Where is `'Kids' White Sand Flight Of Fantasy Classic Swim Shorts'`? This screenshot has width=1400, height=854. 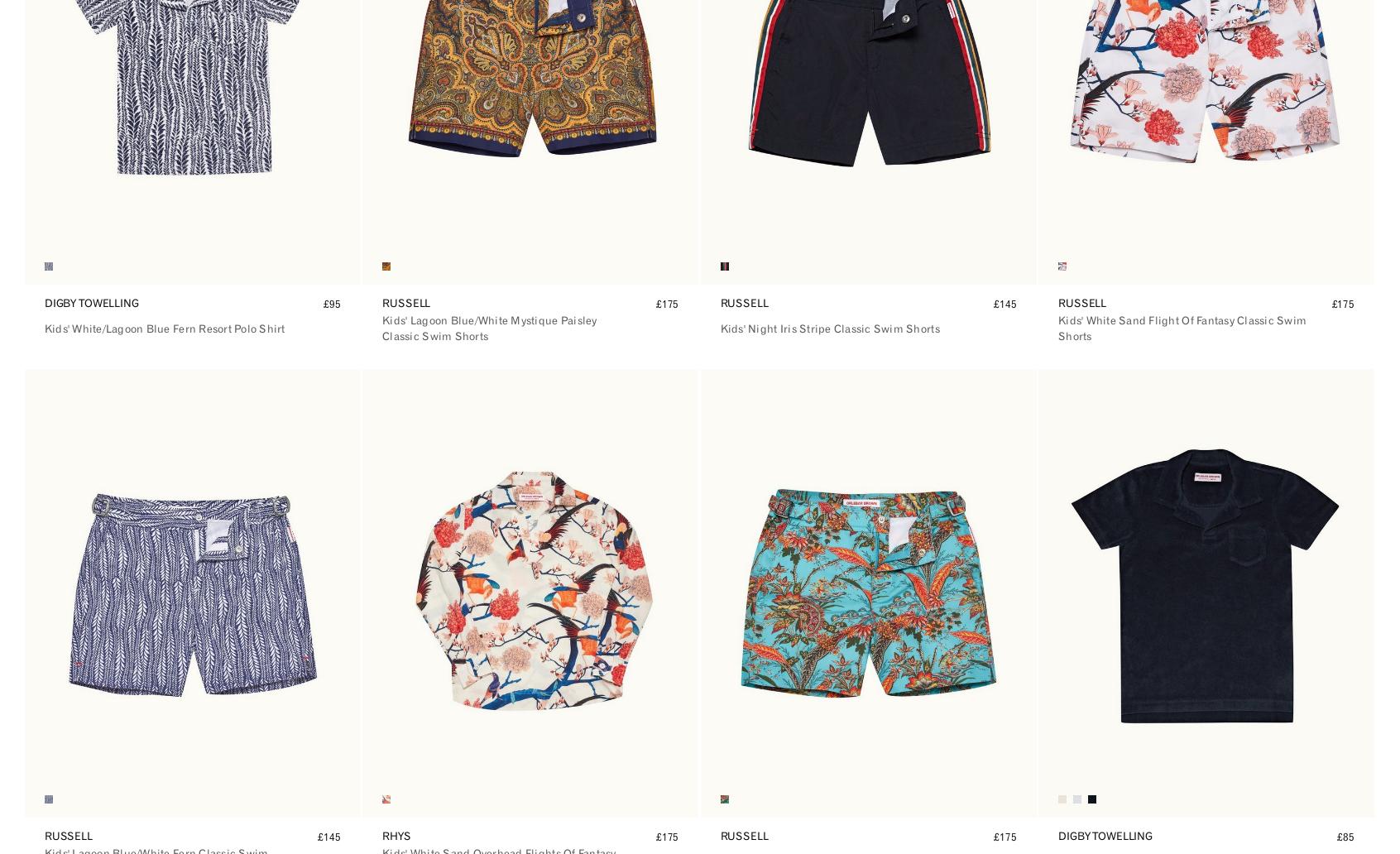 'Kids' White Sand Flight Of Fantasy Classic Swim Shorts' is located at coordinates (1182, 327).